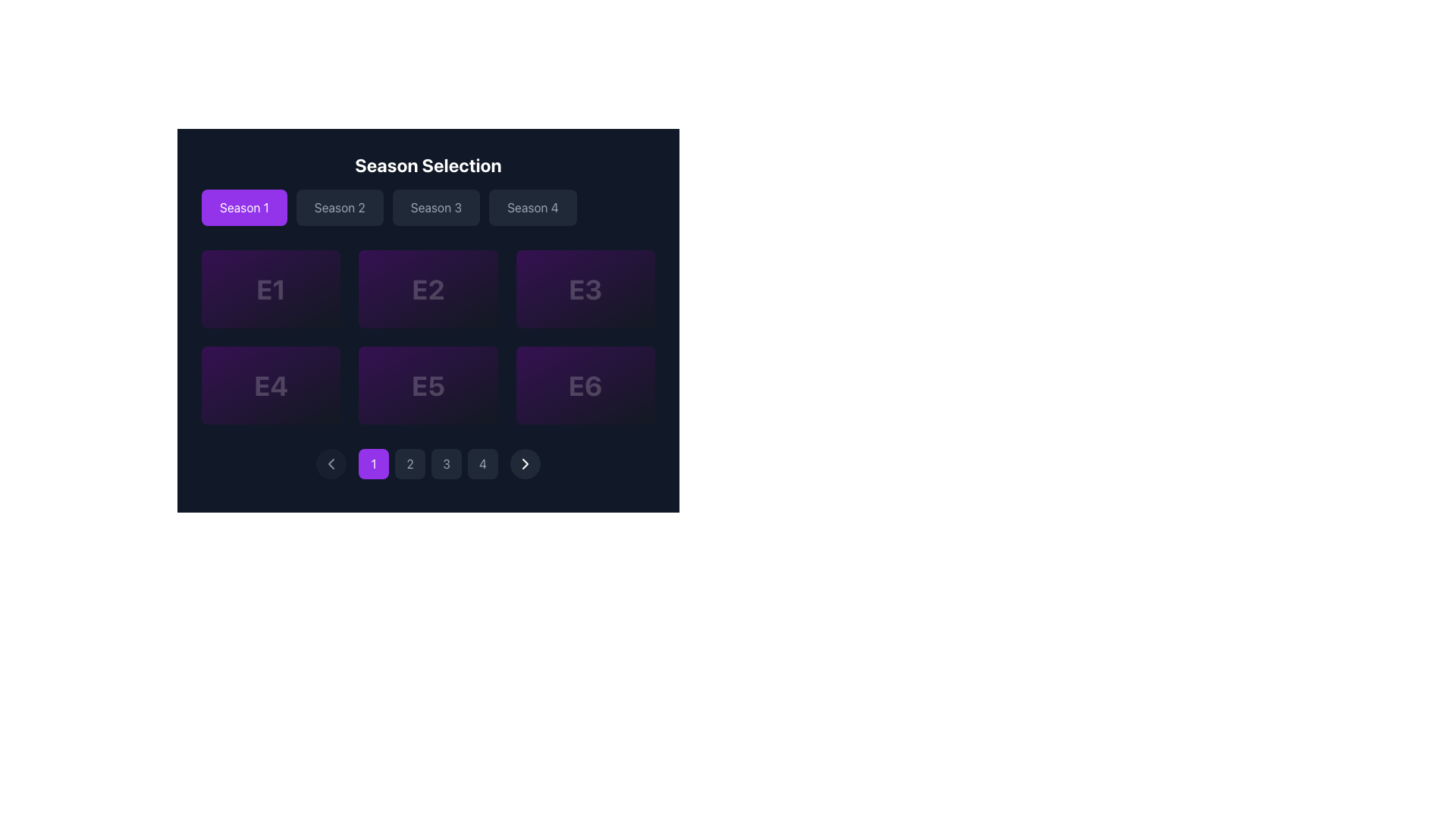 This screenshot has height=819, width=1456. What do you see at coordinates (374, 463) in the screenshot?
I see `the circular pagination button displaying the numeral '1' on a vibrant purple background` at bounding box center [374, 463].